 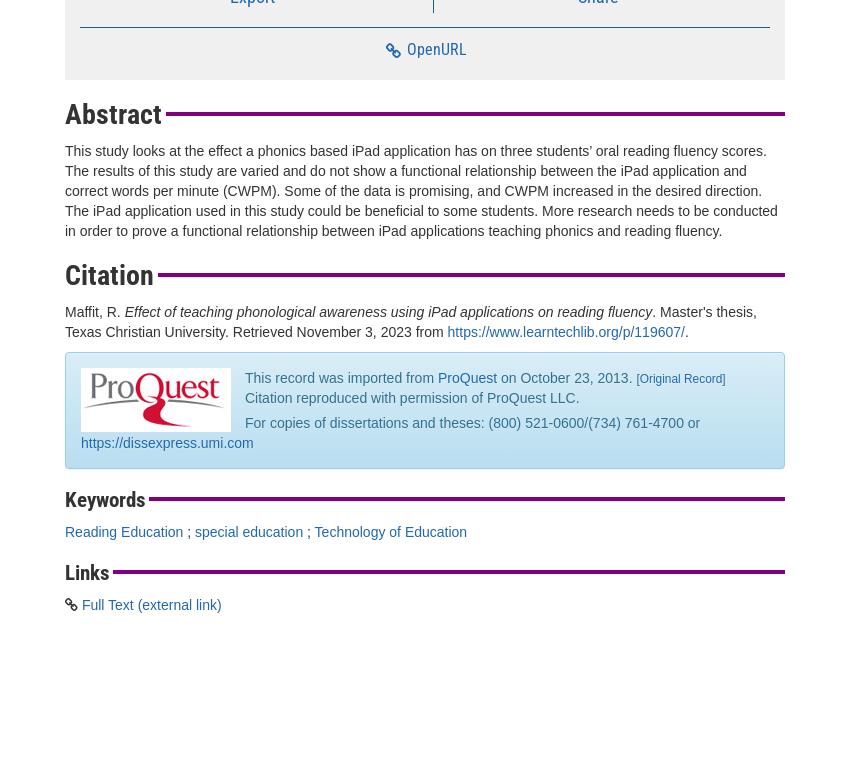 I want to click on 'Original Record', so click(x=680, y=376).